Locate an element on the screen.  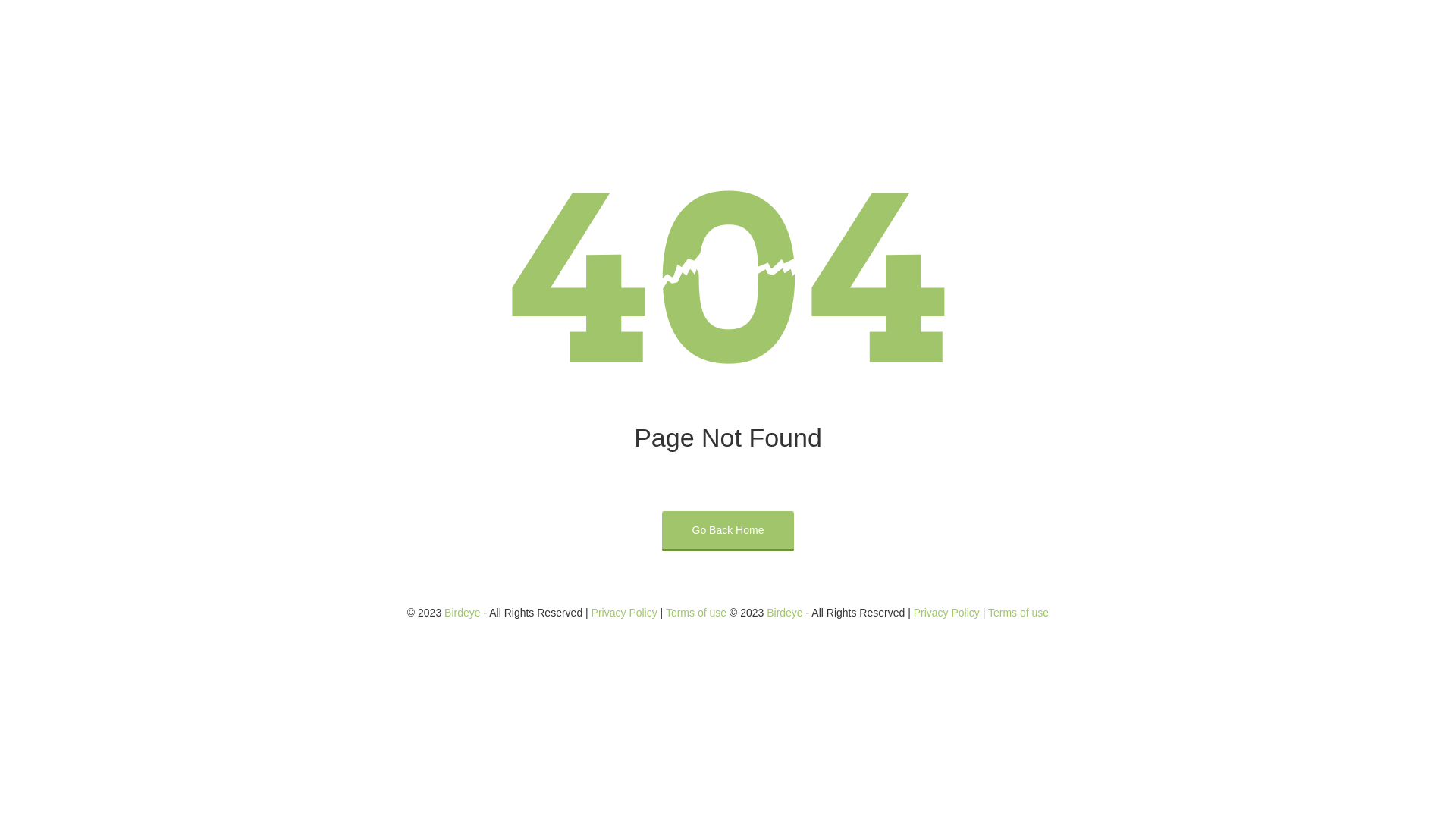
'Birdeye' is located at coordinates (461, 611).